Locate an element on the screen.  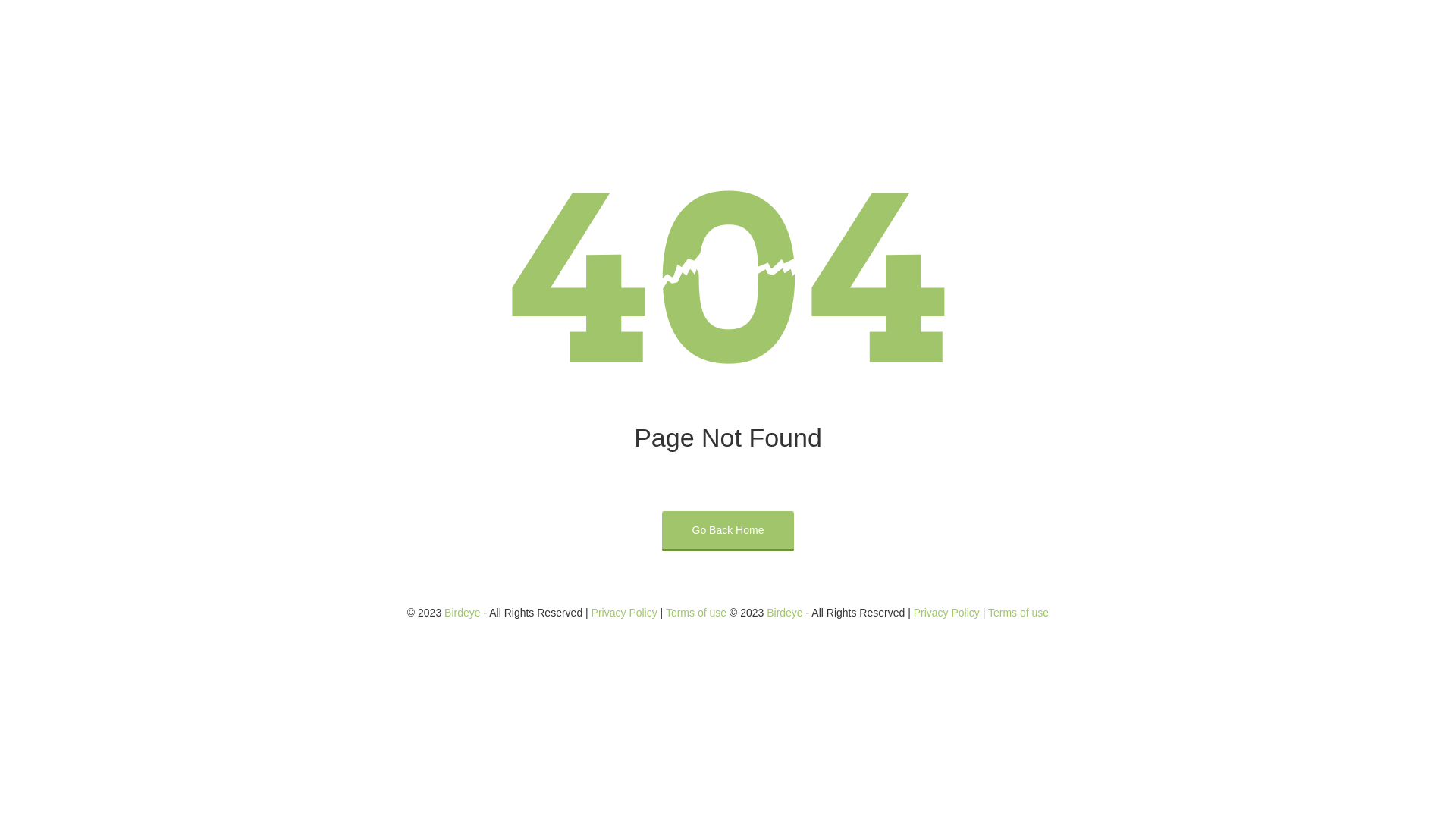
'Birdeye' is located at coordinates (461, 611).